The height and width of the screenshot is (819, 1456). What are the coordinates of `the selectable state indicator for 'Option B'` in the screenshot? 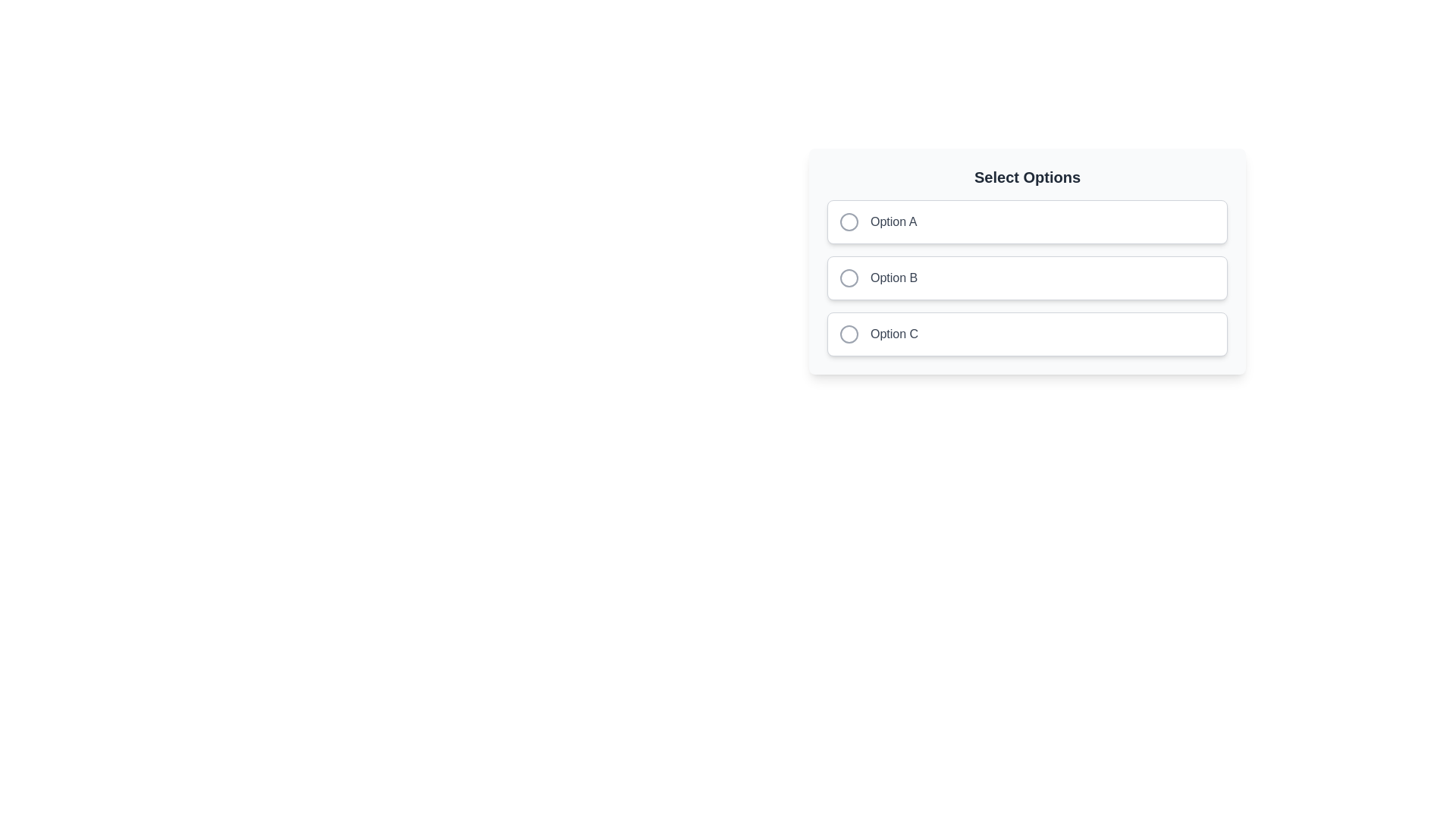 It's located at (848, 278).